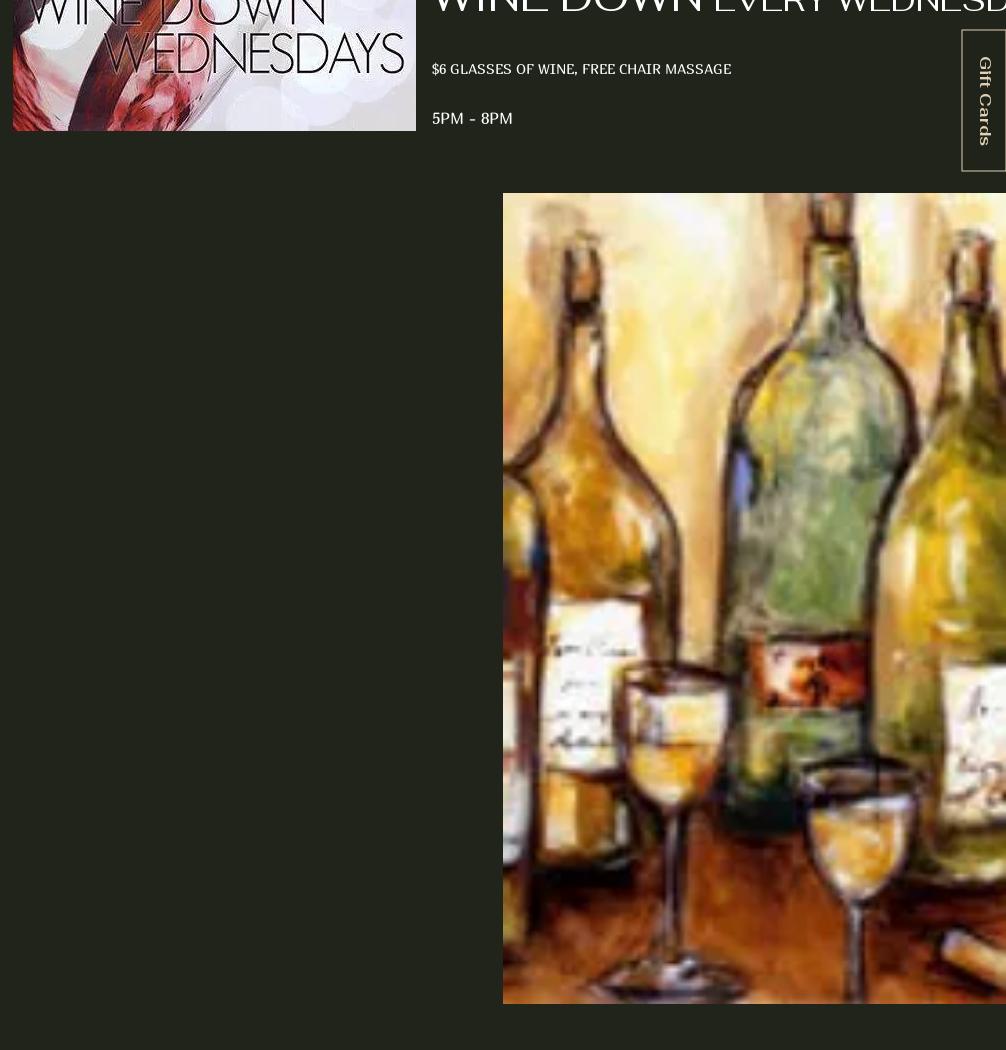  Describe the element at coordinates (142, 757) in the screenshot. I see `'Wine Club Details'` at that location.